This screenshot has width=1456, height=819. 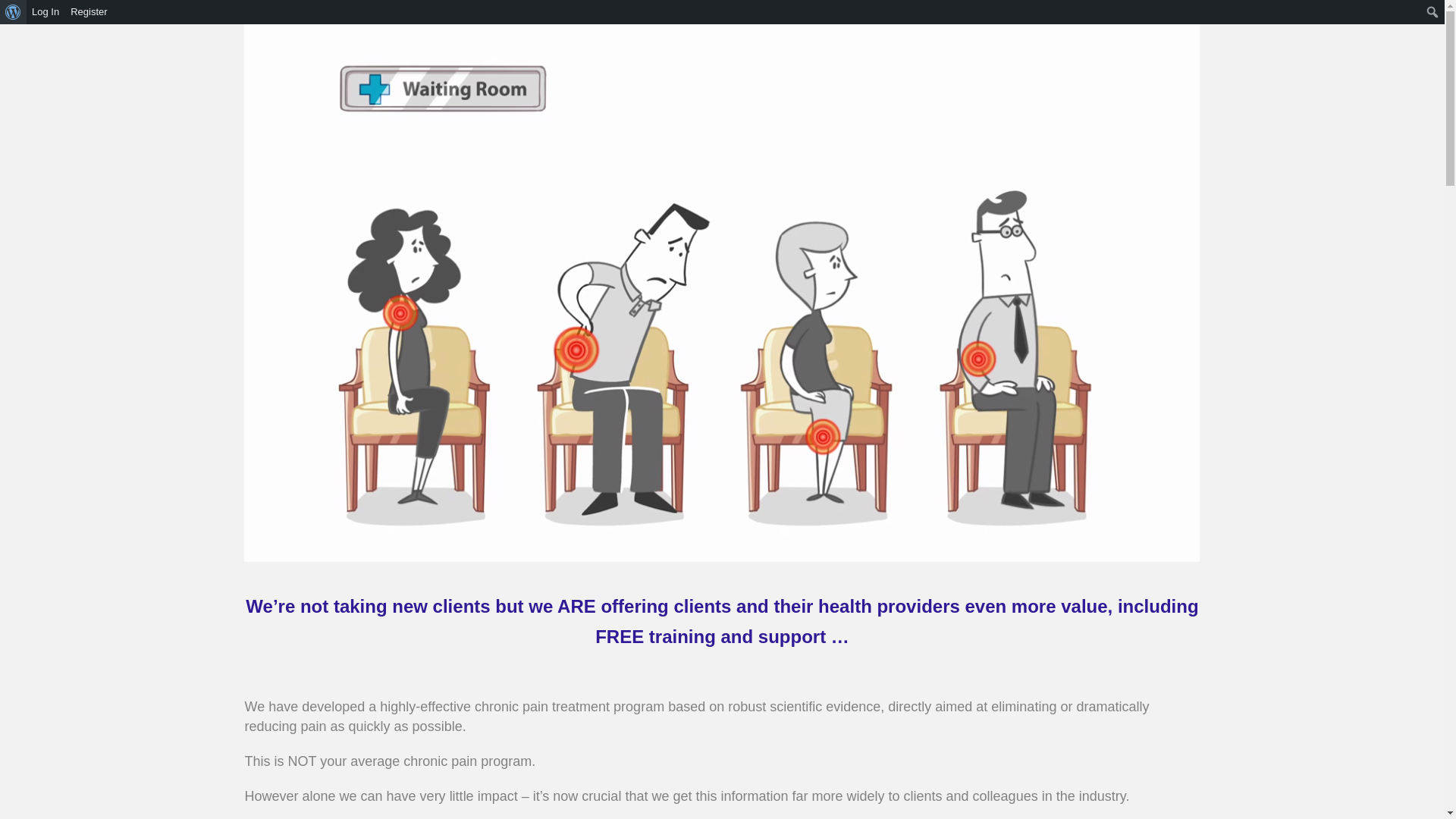 What do you see at coordinates (17, 14) in the screenshot?
I see `'Search'` at bounding box center [17, 14].